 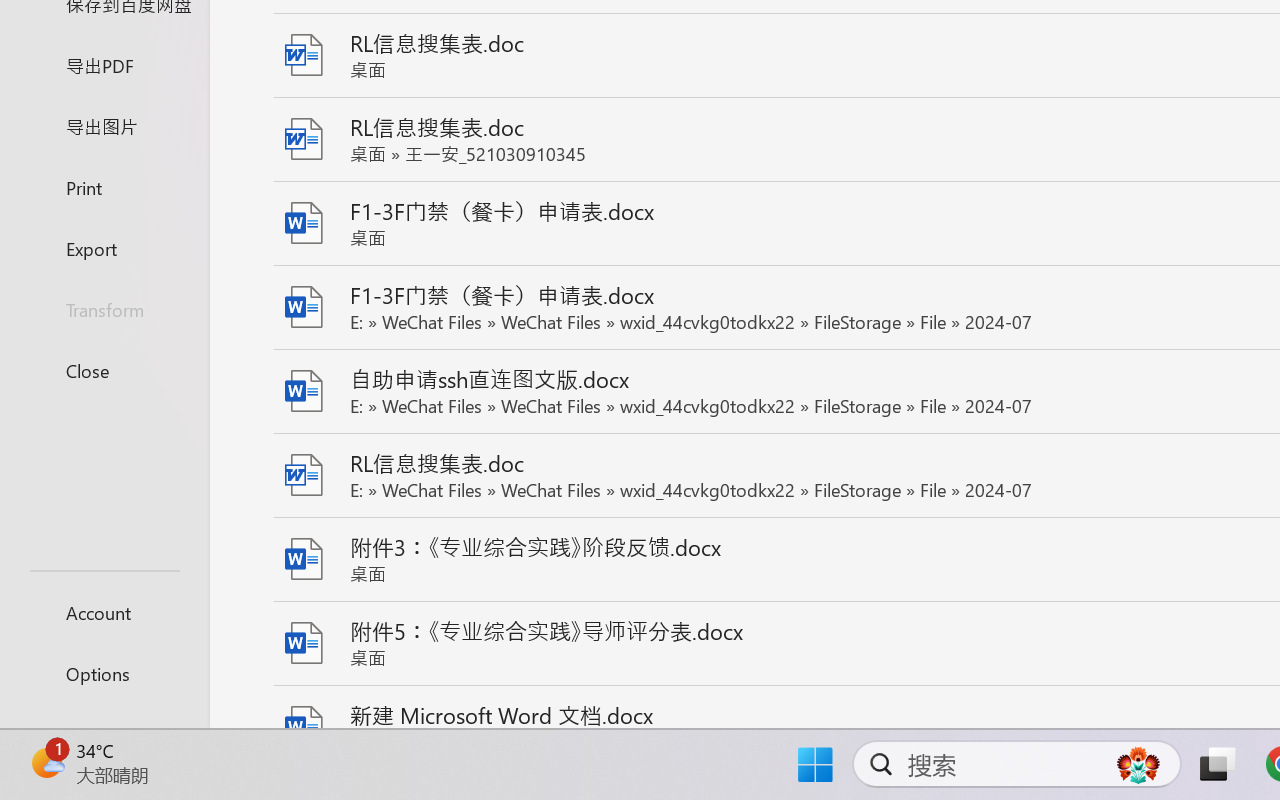 I want to click on 'Print', so click(x=103, y=186).